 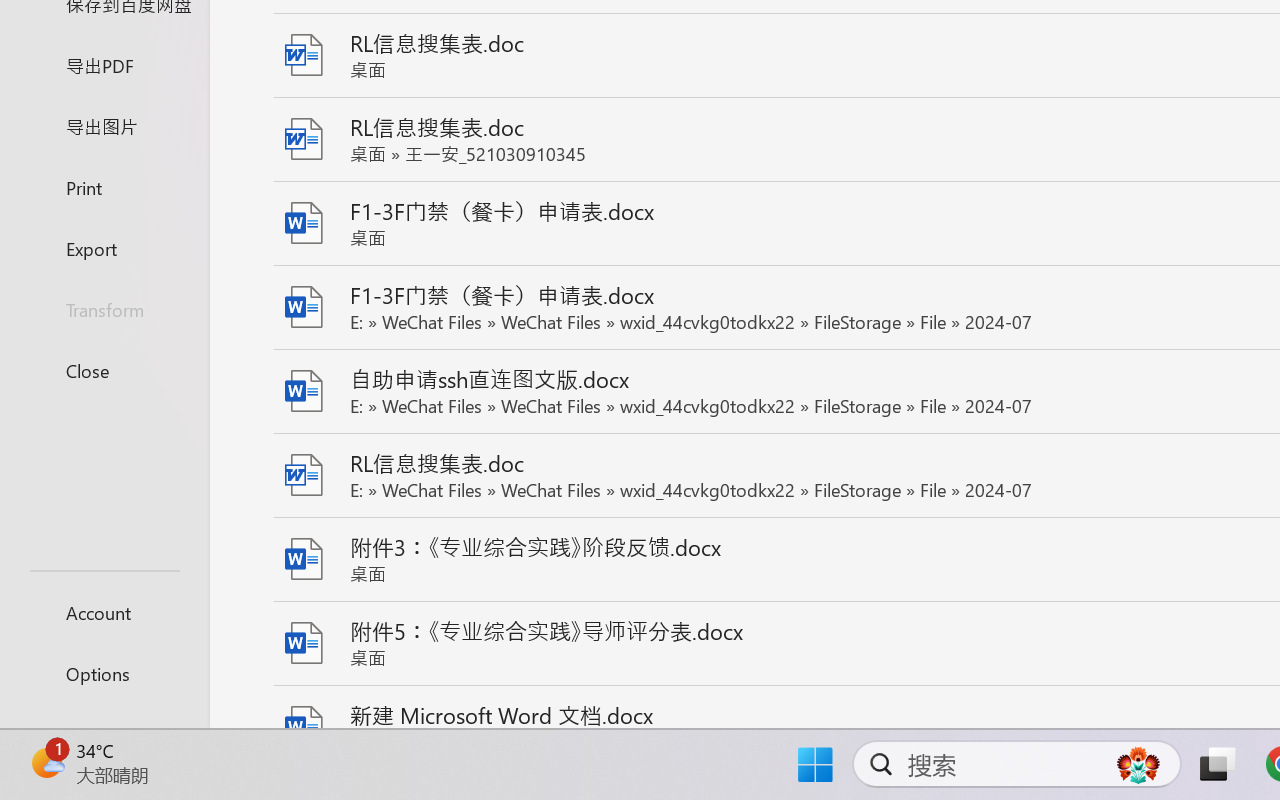 I want to click on 'Print', so click(x=103, y=186).